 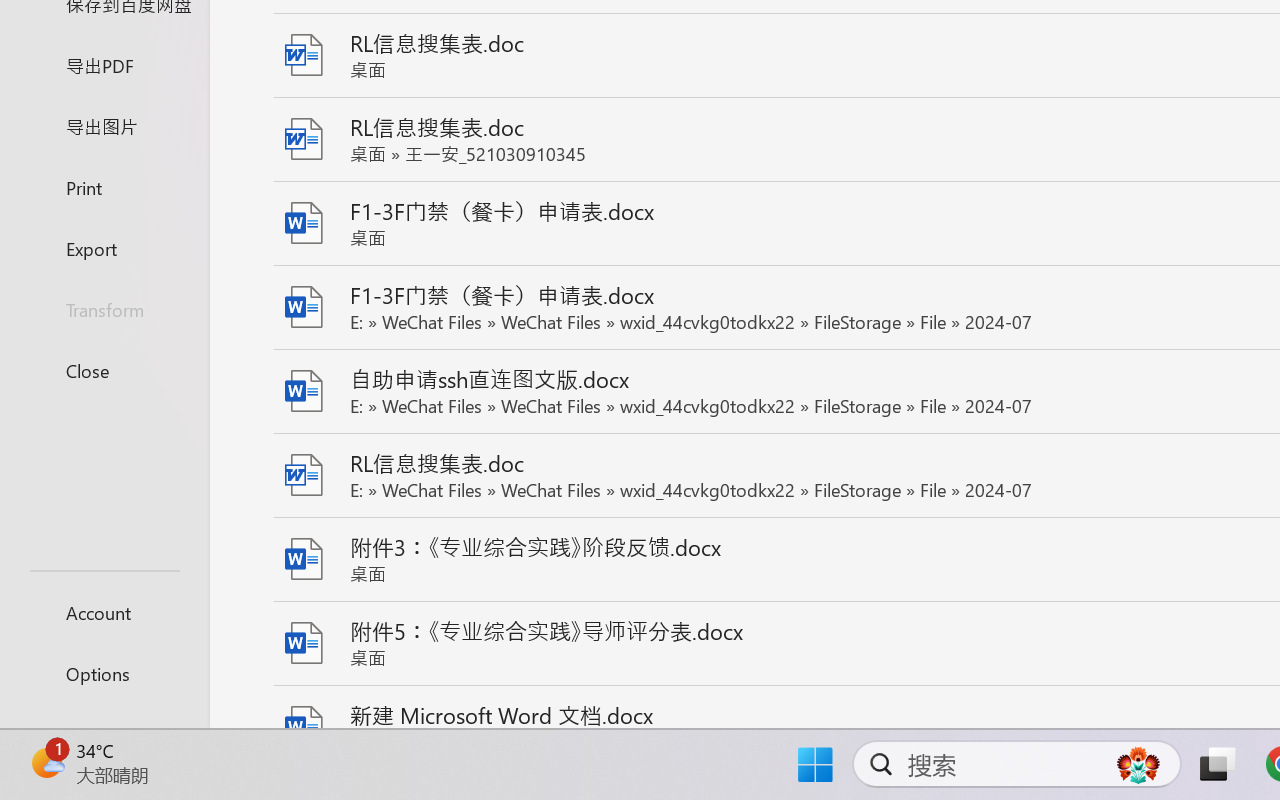 I want to click on 'Print', so click(x=103, y=186).